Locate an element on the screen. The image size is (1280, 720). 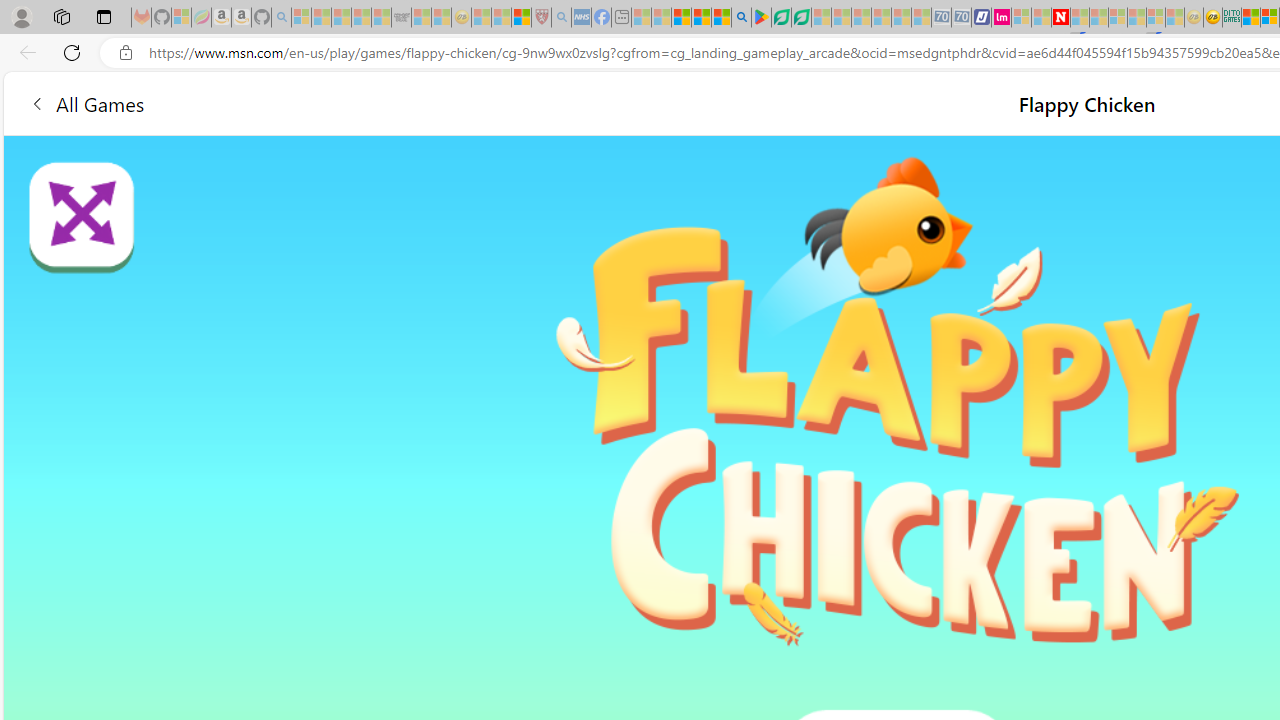
'All Games' is located at coordinates (85, 103).